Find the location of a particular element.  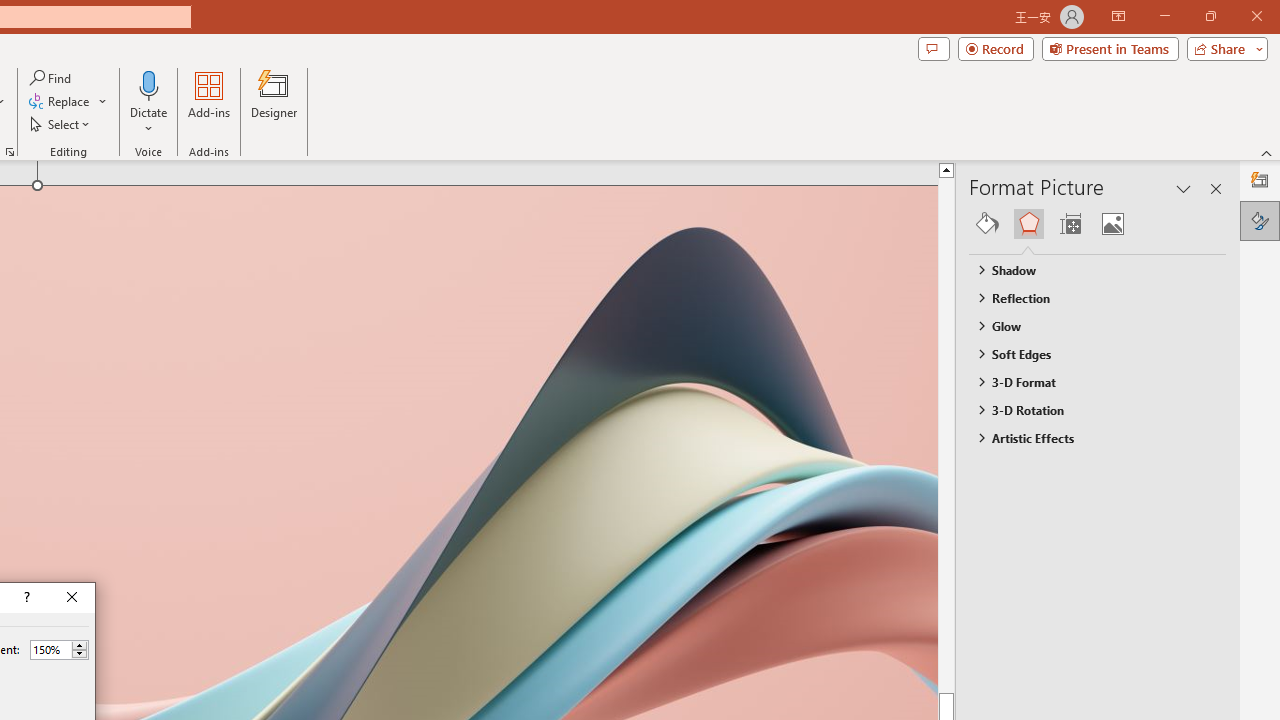

'Percent' is located at coordinates (50, 649).